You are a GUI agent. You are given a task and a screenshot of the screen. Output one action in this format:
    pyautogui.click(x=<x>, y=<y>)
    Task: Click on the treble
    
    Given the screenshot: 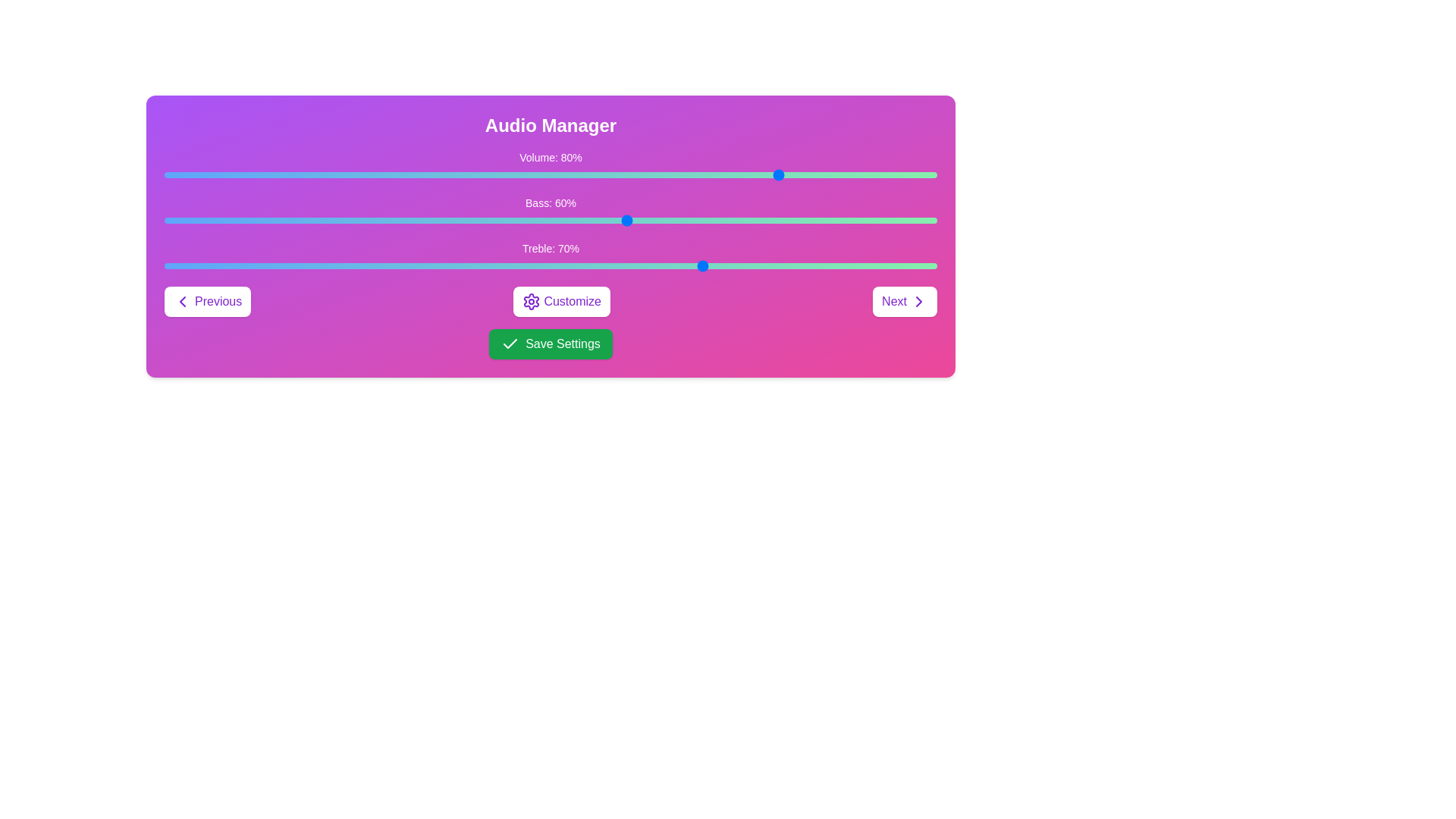 What is the action you would take?
    pyautogui.click(x=403, y=265)
    